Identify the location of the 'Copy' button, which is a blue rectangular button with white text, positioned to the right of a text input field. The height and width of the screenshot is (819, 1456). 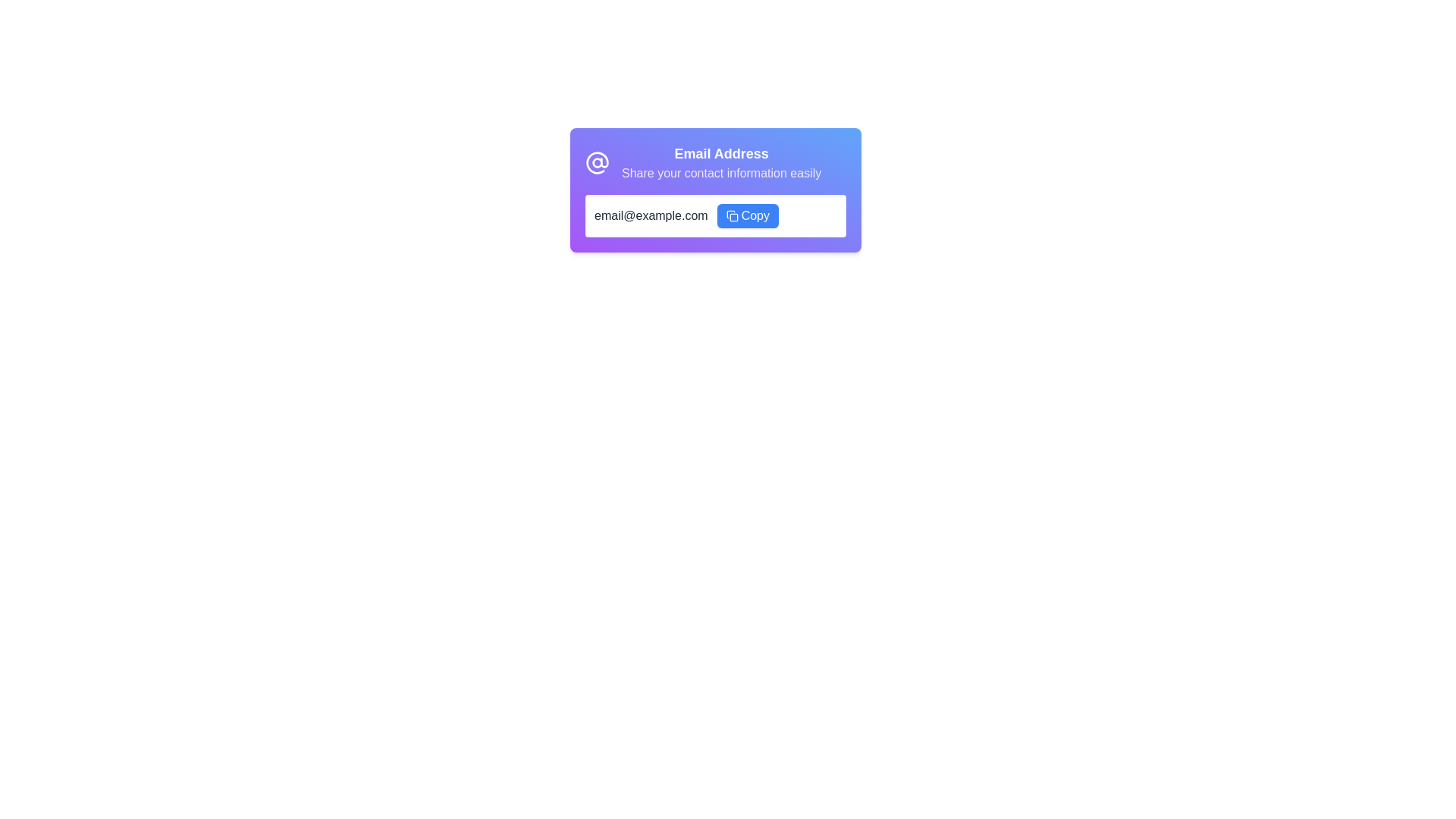
(755, 216).